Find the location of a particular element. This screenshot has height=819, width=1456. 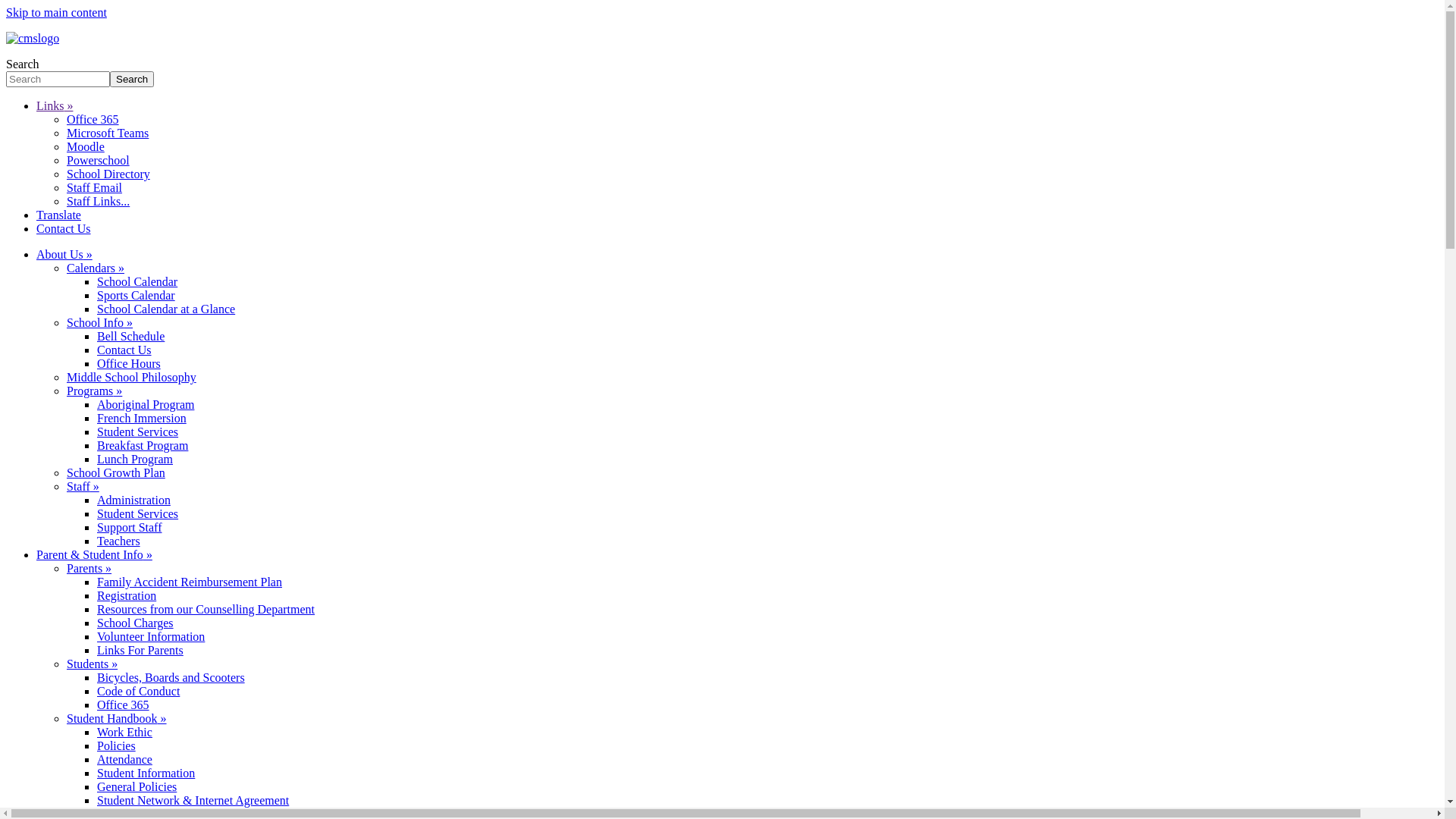

'Bicycles, Boards and Scooters' is located at coordinates (171, 676).